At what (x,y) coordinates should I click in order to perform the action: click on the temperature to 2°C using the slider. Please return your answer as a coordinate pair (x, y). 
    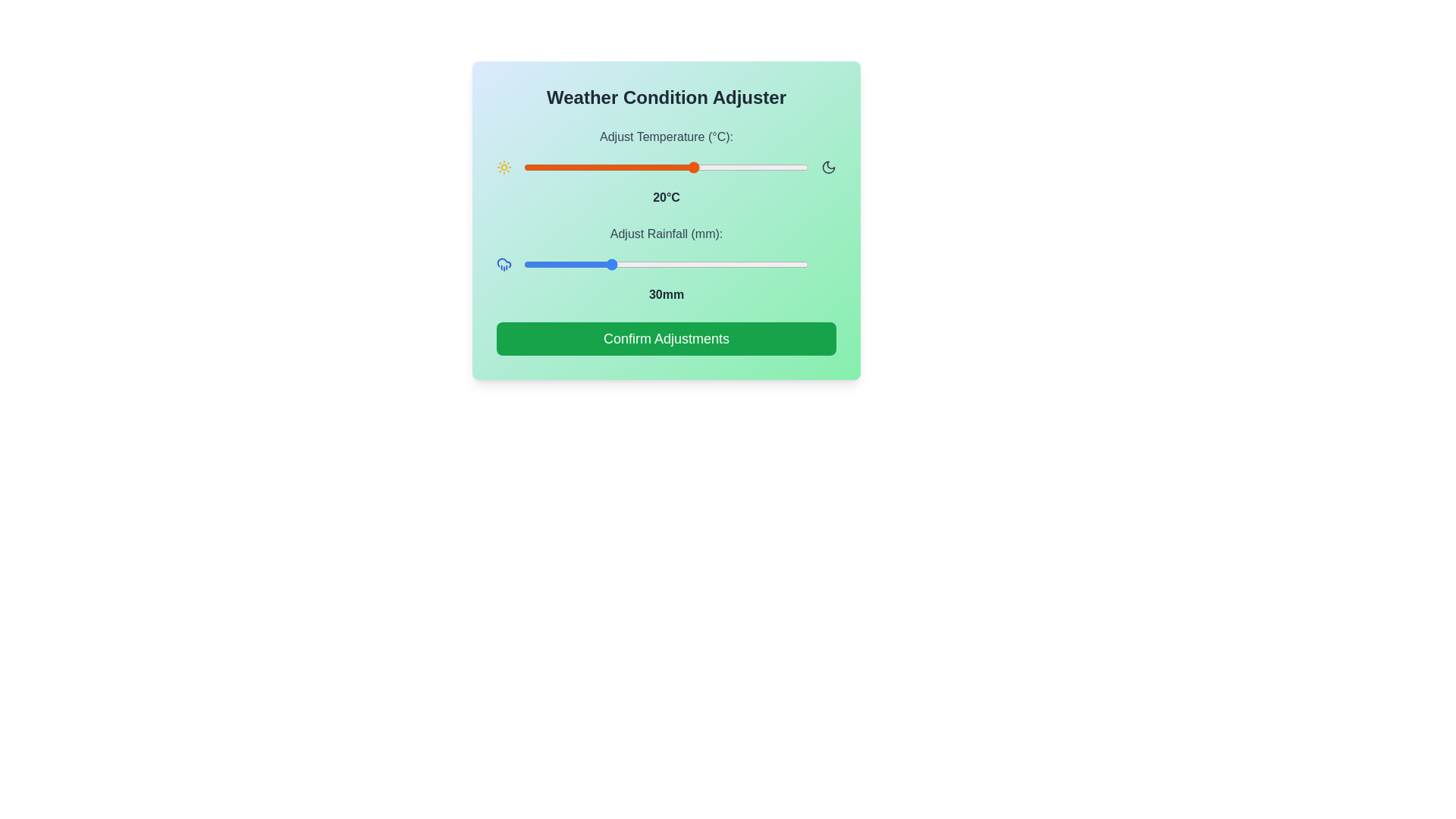
    Looking at the image, I should click on (591, 167).